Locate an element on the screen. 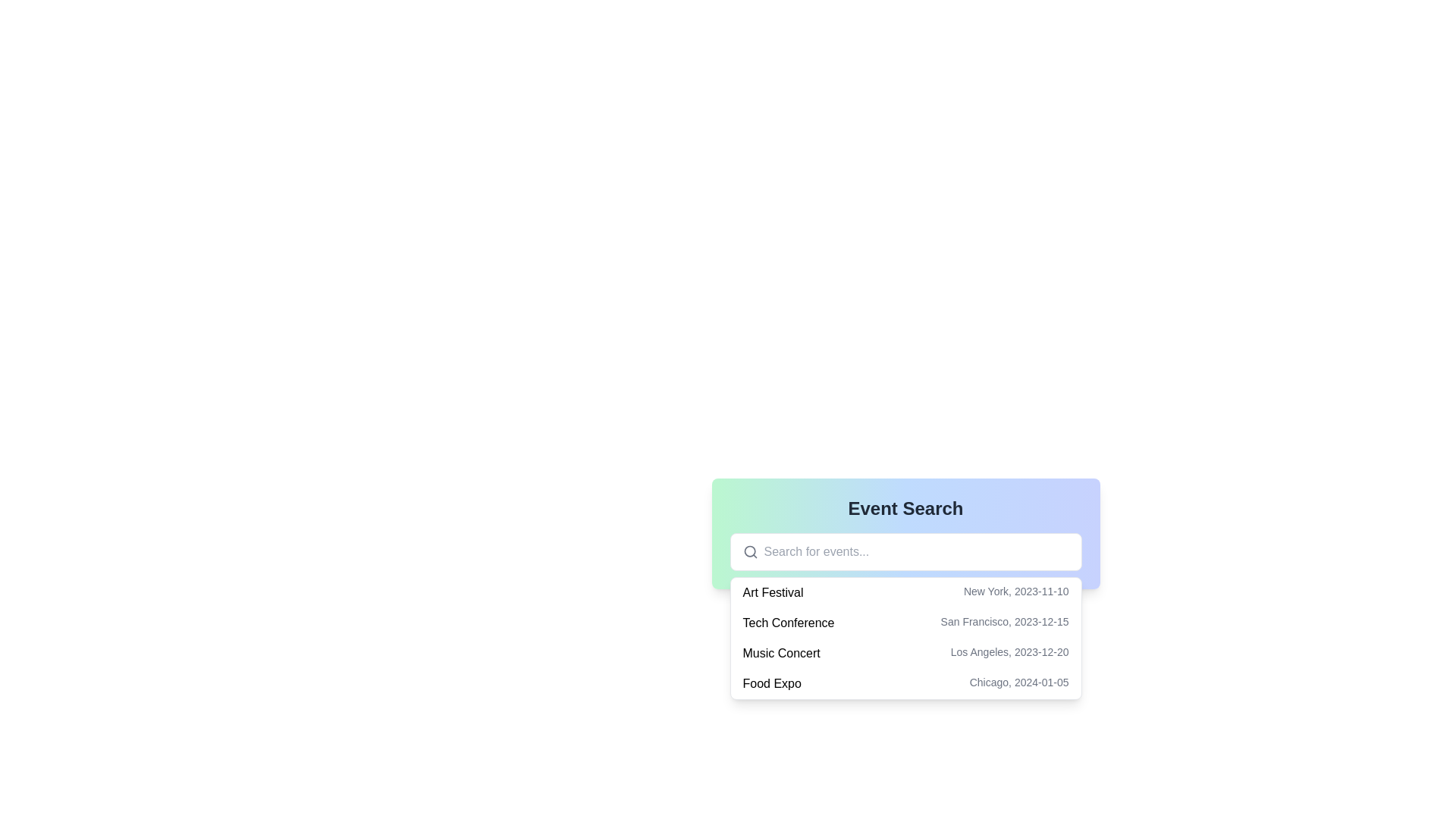 The image size is (1456, 819). the fourth item in the search result dropdown menu, which provides information about an event, located below the 'Music Concert' entry is located at coordinates (905, 684).